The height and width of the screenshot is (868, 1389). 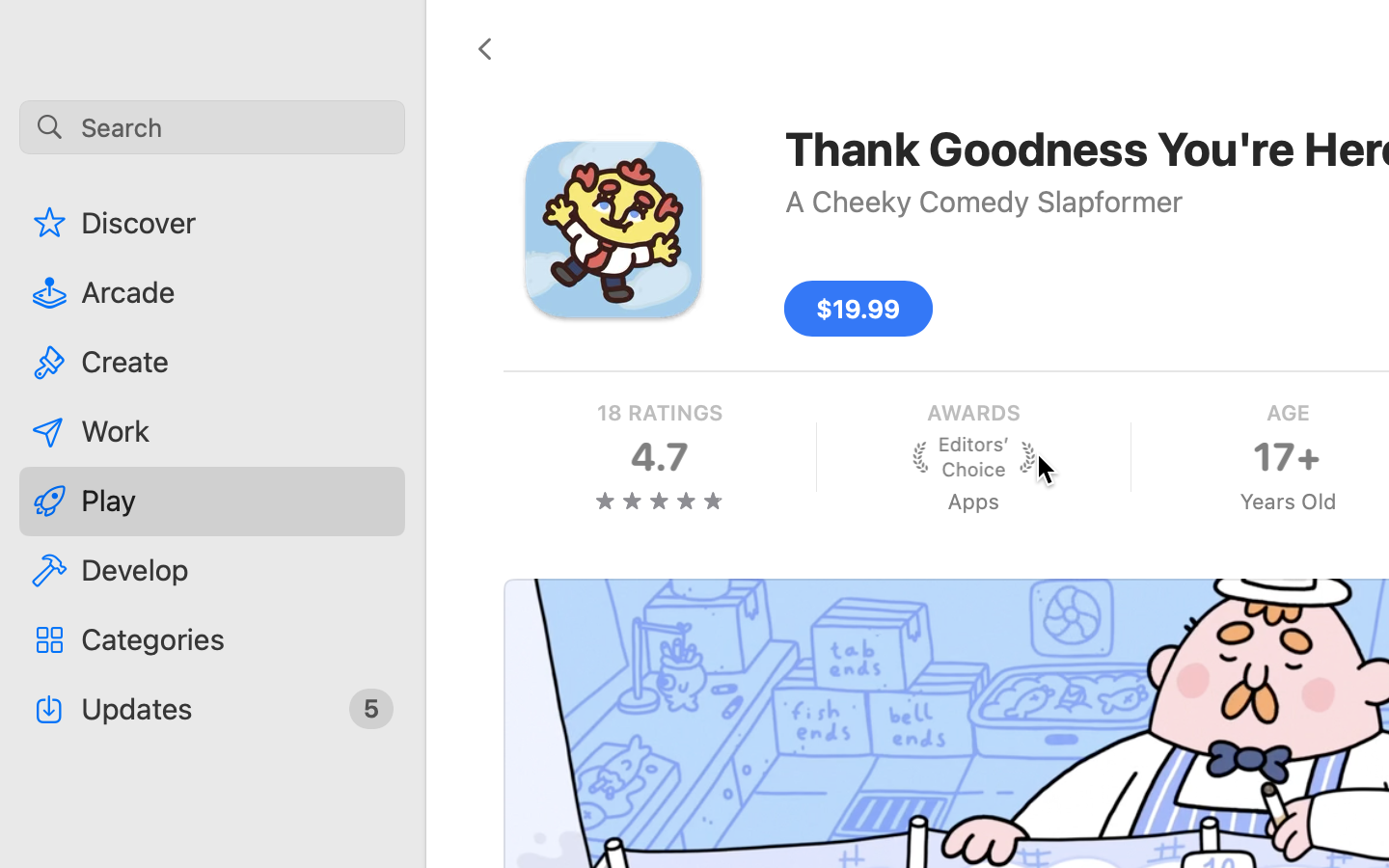 I want to click on '18 RATINGS', so click(x=660, y=413).